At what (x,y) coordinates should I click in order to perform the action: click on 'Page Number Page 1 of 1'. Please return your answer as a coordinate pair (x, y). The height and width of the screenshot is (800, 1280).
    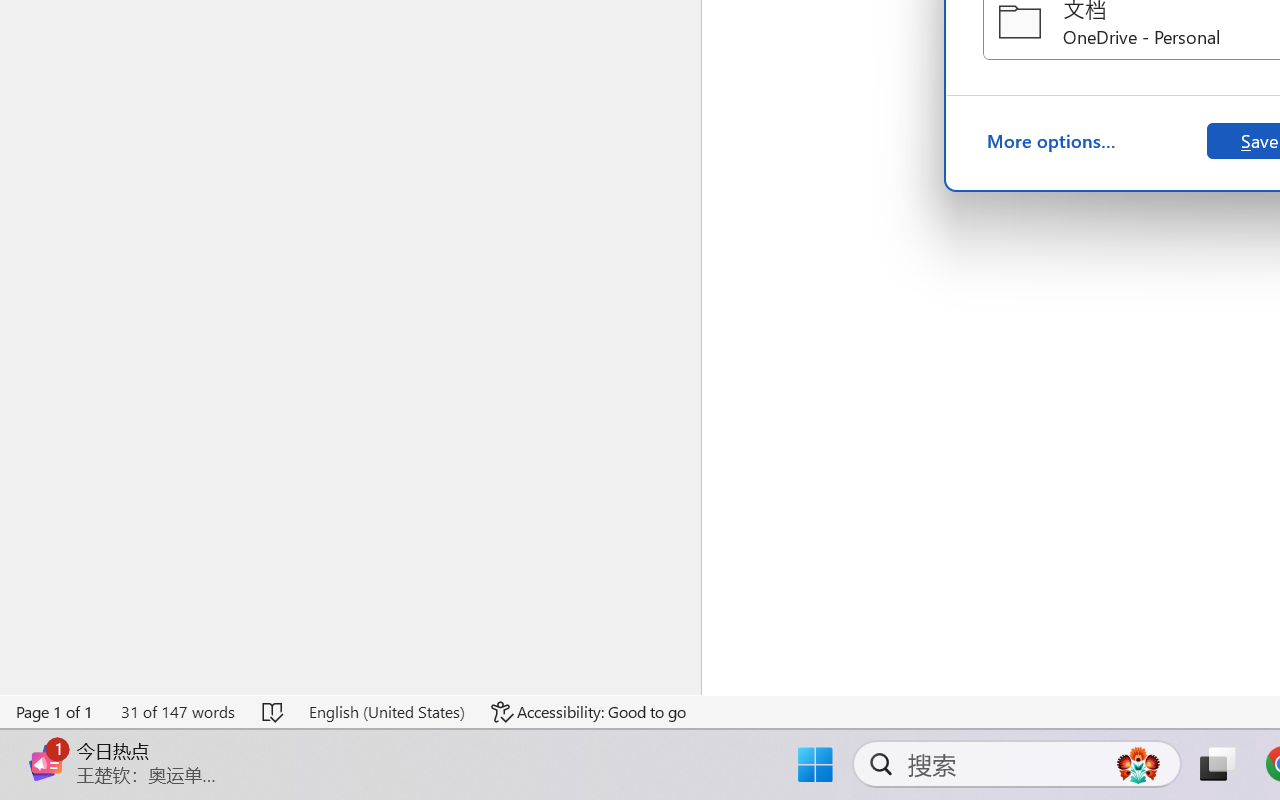
    Looking at the image, I should click on (55, 711).